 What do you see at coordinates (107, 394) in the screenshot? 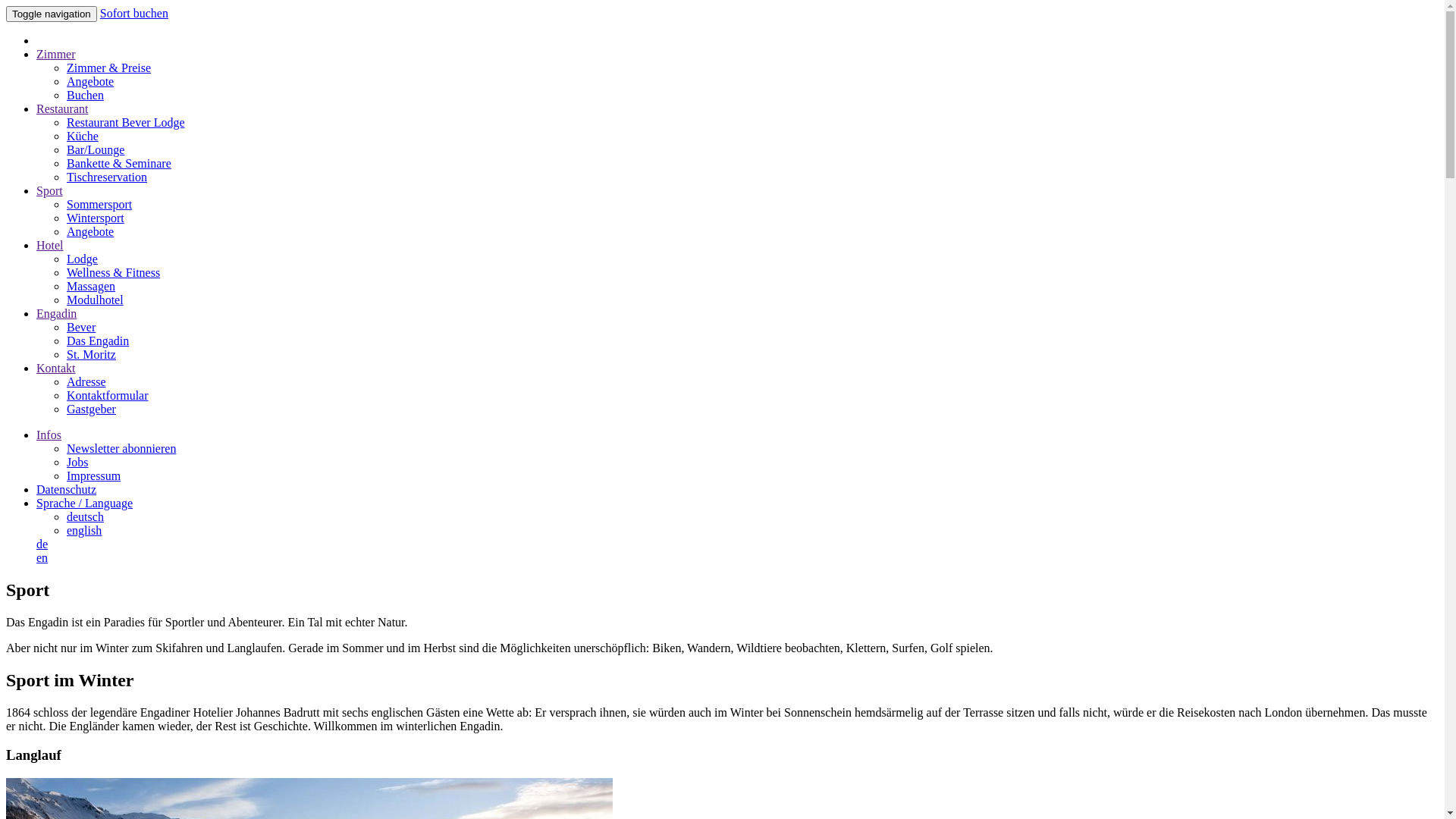
I see `'Kontaktformular'` at bounding box center [107, 394].